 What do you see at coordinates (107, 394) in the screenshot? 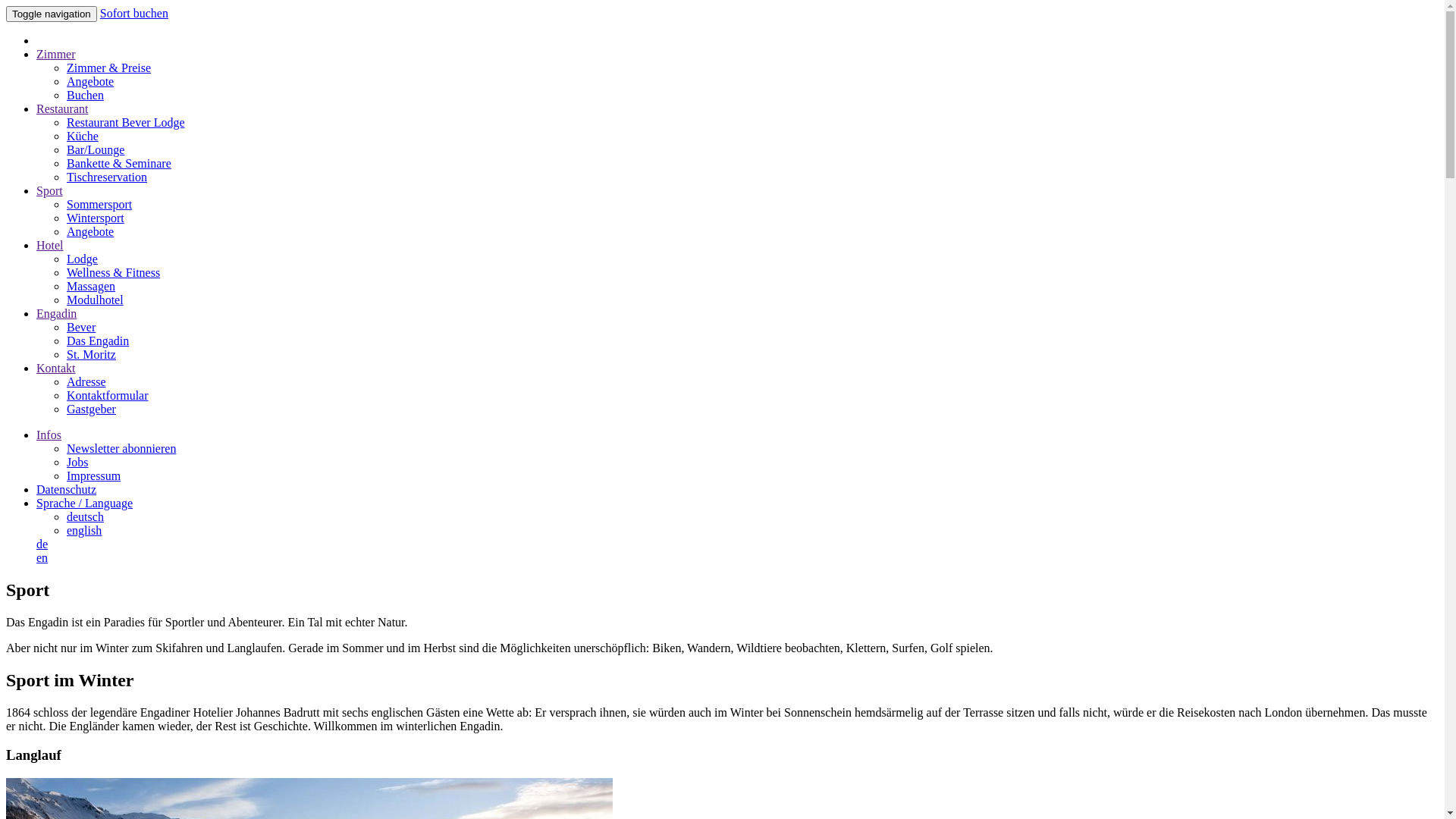
I see `'Kontaktformular'` at bounding box center [107, 394].